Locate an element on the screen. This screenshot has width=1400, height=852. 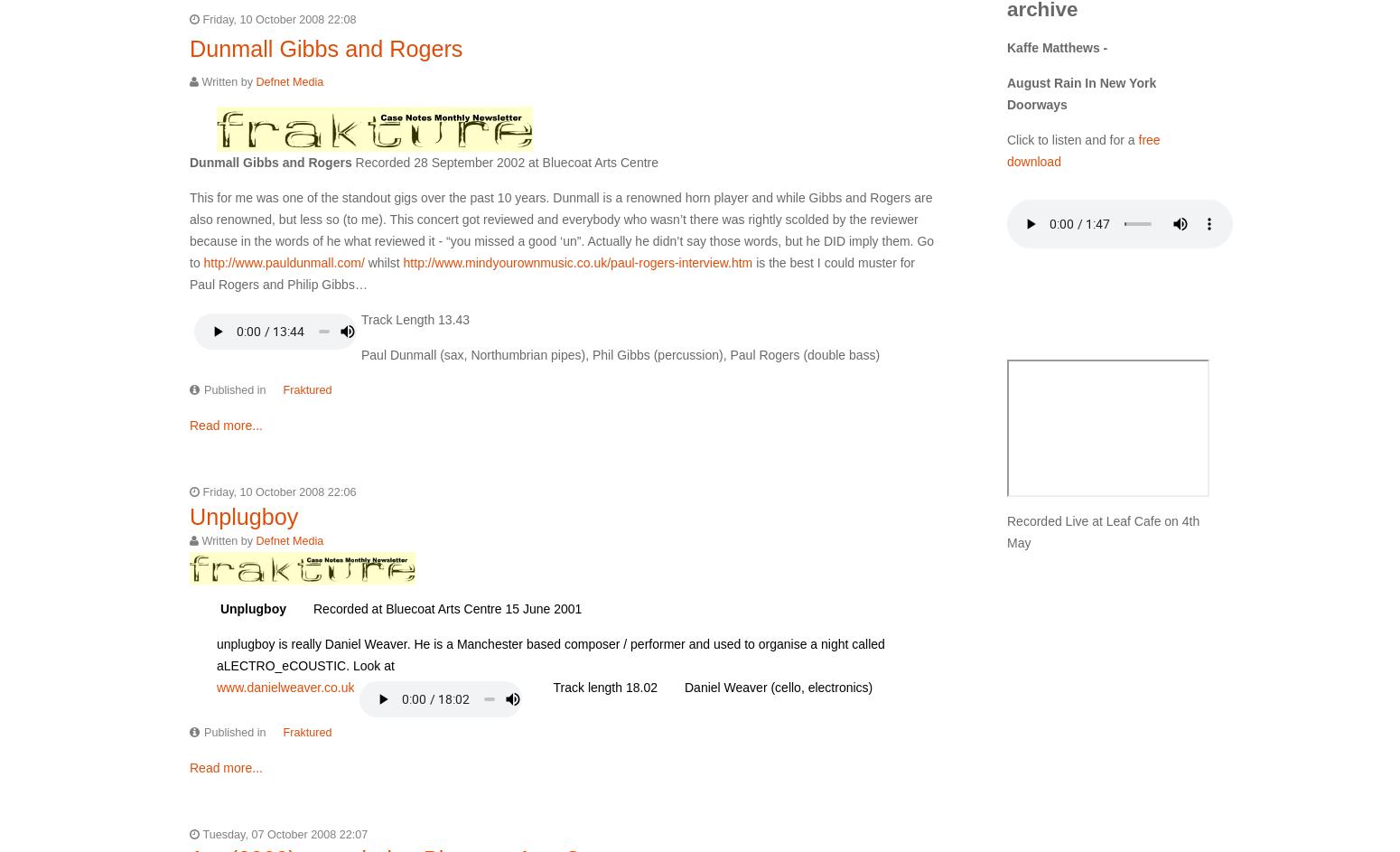
'August Rain In New York Doorways' is located at coordinates (1081, 91).